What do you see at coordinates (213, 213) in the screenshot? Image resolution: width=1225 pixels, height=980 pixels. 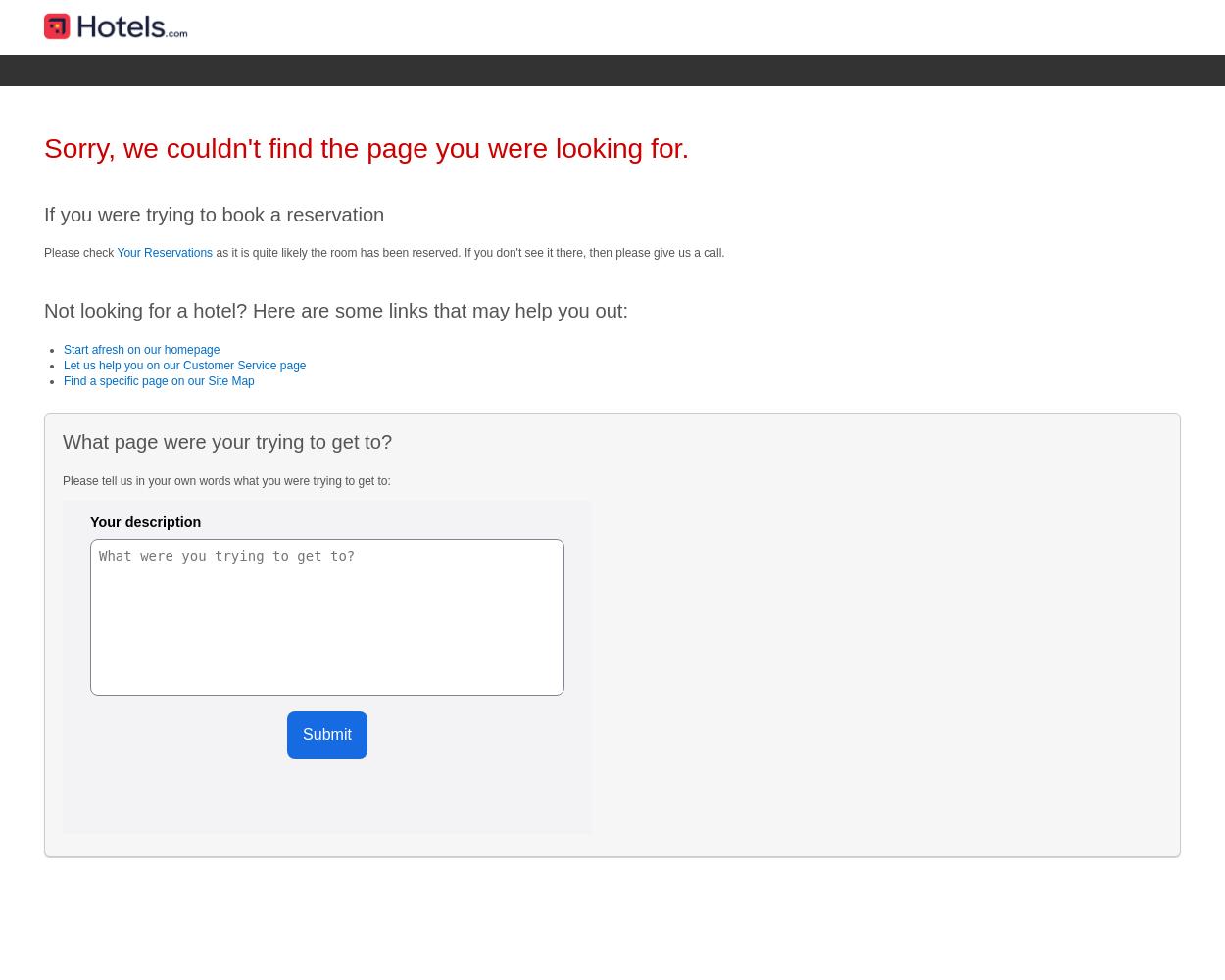 I see `'If you were trying to book a reservation'` at bounding box center [213, 213].